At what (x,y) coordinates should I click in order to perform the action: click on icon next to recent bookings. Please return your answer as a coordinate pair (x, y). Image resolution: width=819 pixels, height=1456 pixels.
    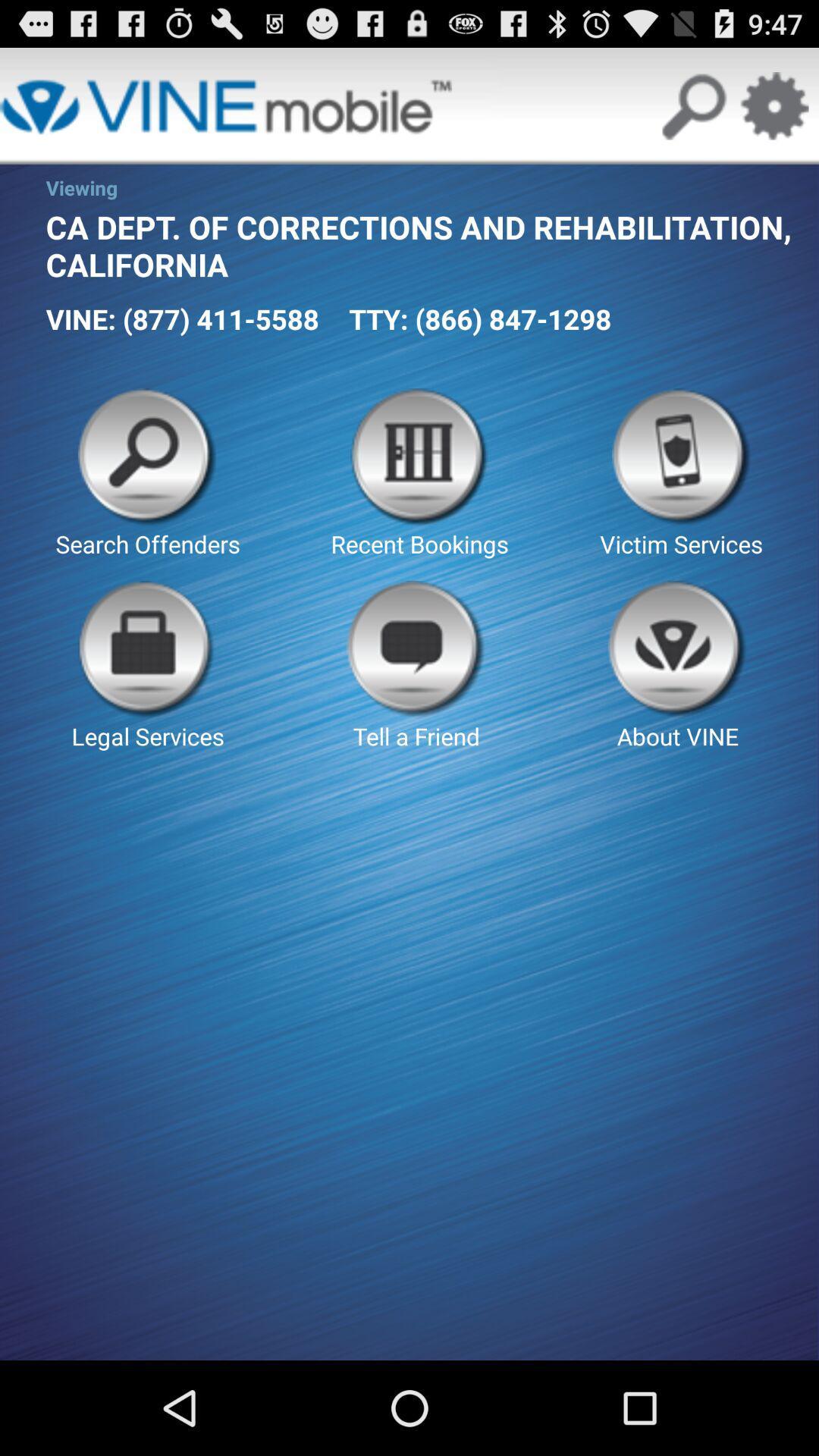
    Looking at the image, I should click on (680, 473).